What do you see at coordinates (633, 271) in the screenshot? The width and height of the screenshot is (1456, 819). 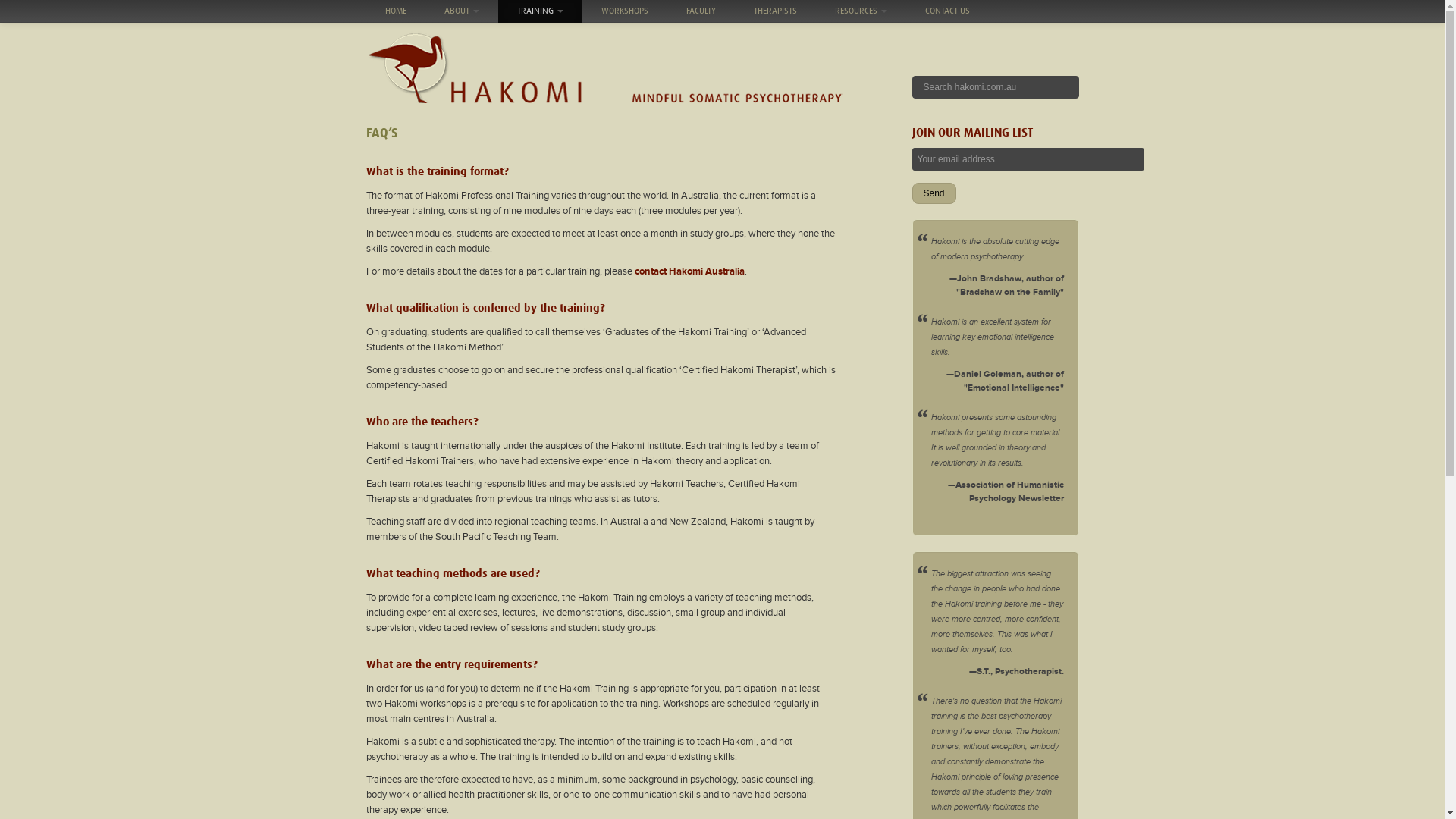 I see `'contact Hakomi Australia'` at bounding box center [633, 271].